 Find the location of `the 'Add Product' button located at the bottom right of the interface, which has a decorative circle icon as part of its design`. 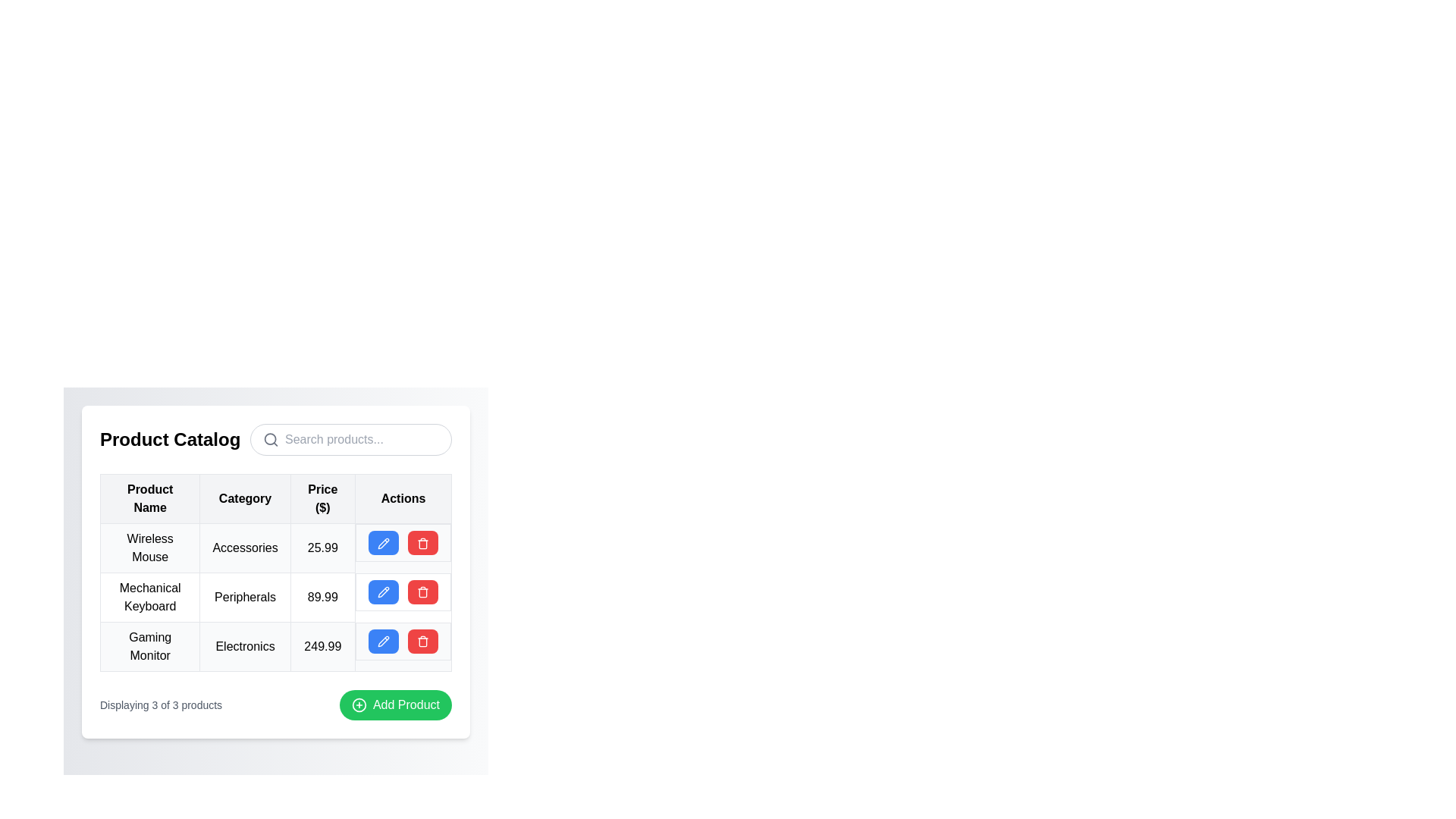

the 'Add Product' button located at the bottom right of the interface, which has a decorative circle icon as part of its design is located at coordinates (358, 704).